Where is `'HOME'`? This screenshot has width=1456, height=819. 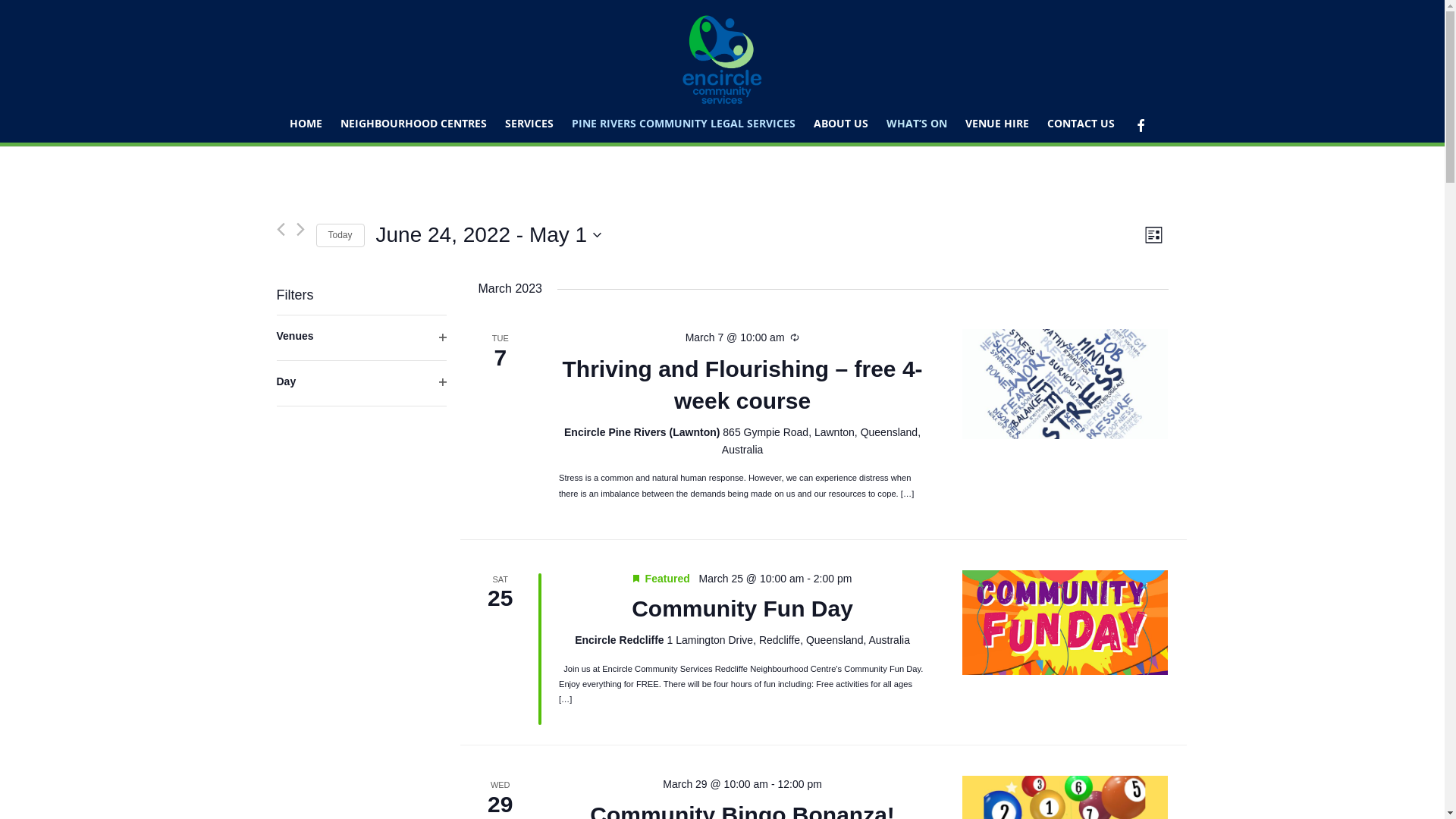
'HOME' is located at coordinates (280, 122).